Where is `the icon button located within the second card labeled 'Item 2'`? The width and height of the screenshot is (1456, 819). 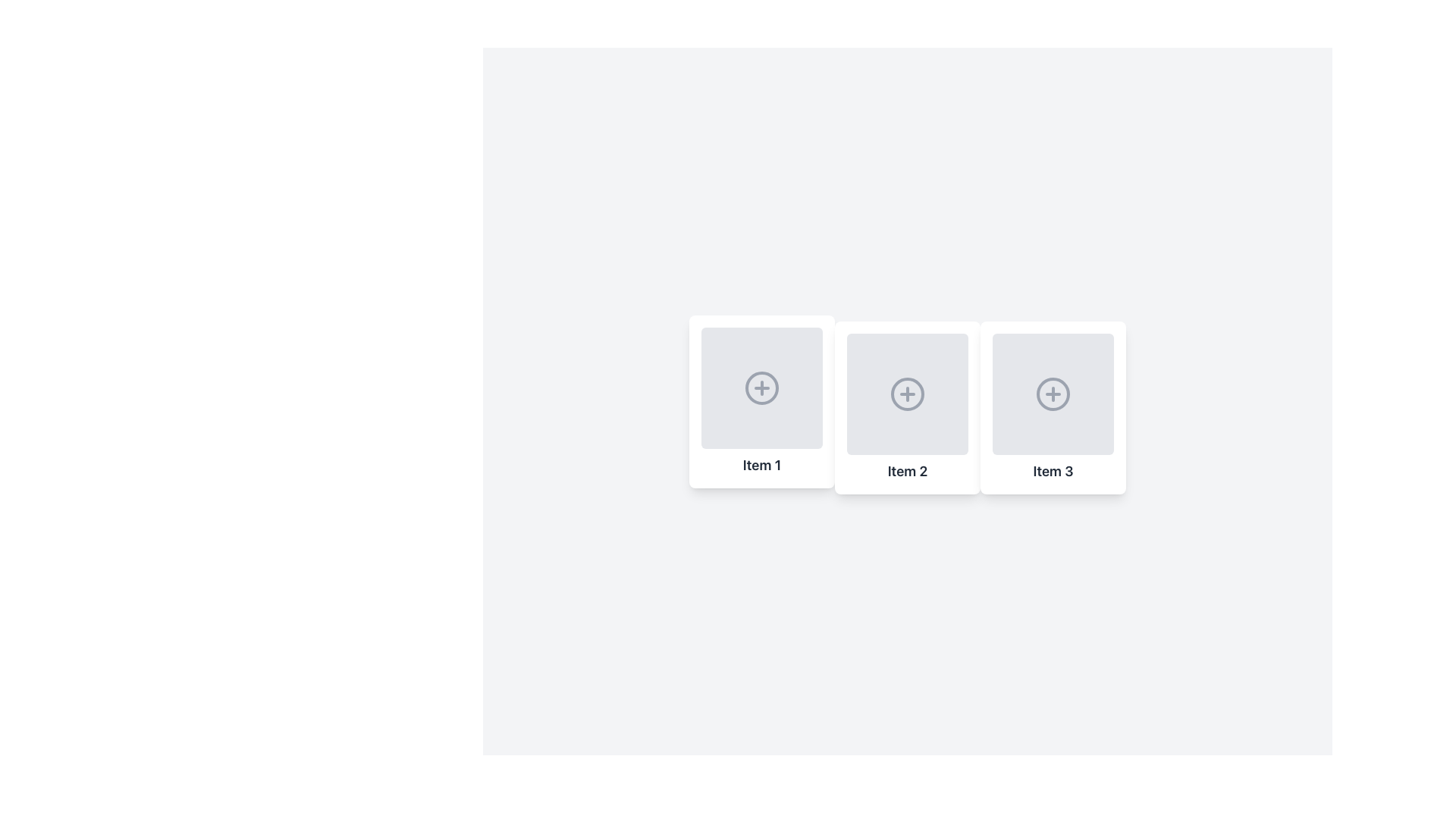 the icon button located within the second card labeled 'Item 2' is located at coordinates (907, 393).